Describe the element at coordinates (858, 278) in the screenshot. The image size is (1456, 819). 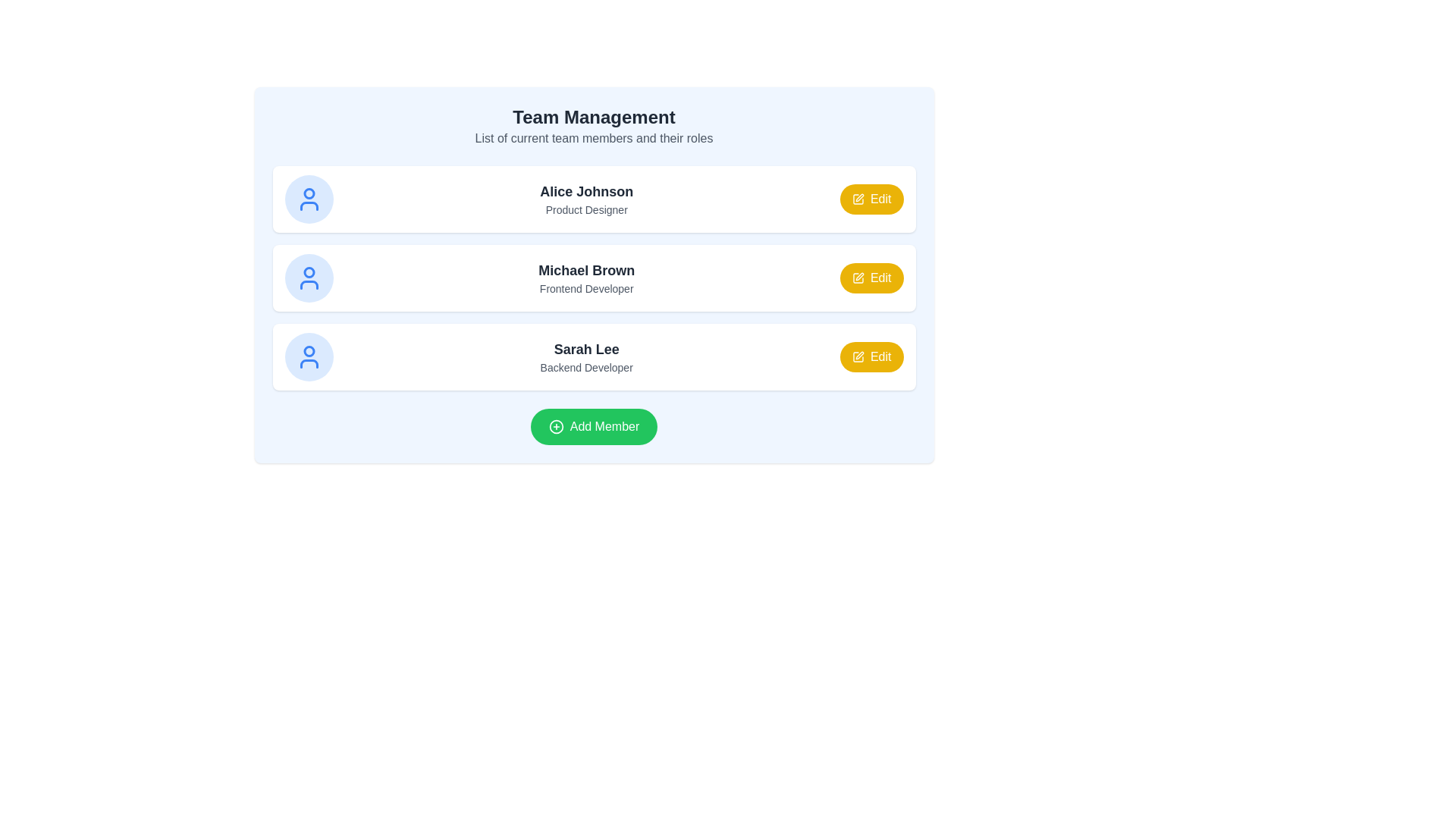
I see `the editing icon located within the 'Edit' button of the second list entry for 'Michael Brown - Frontend Developer'` at that location.